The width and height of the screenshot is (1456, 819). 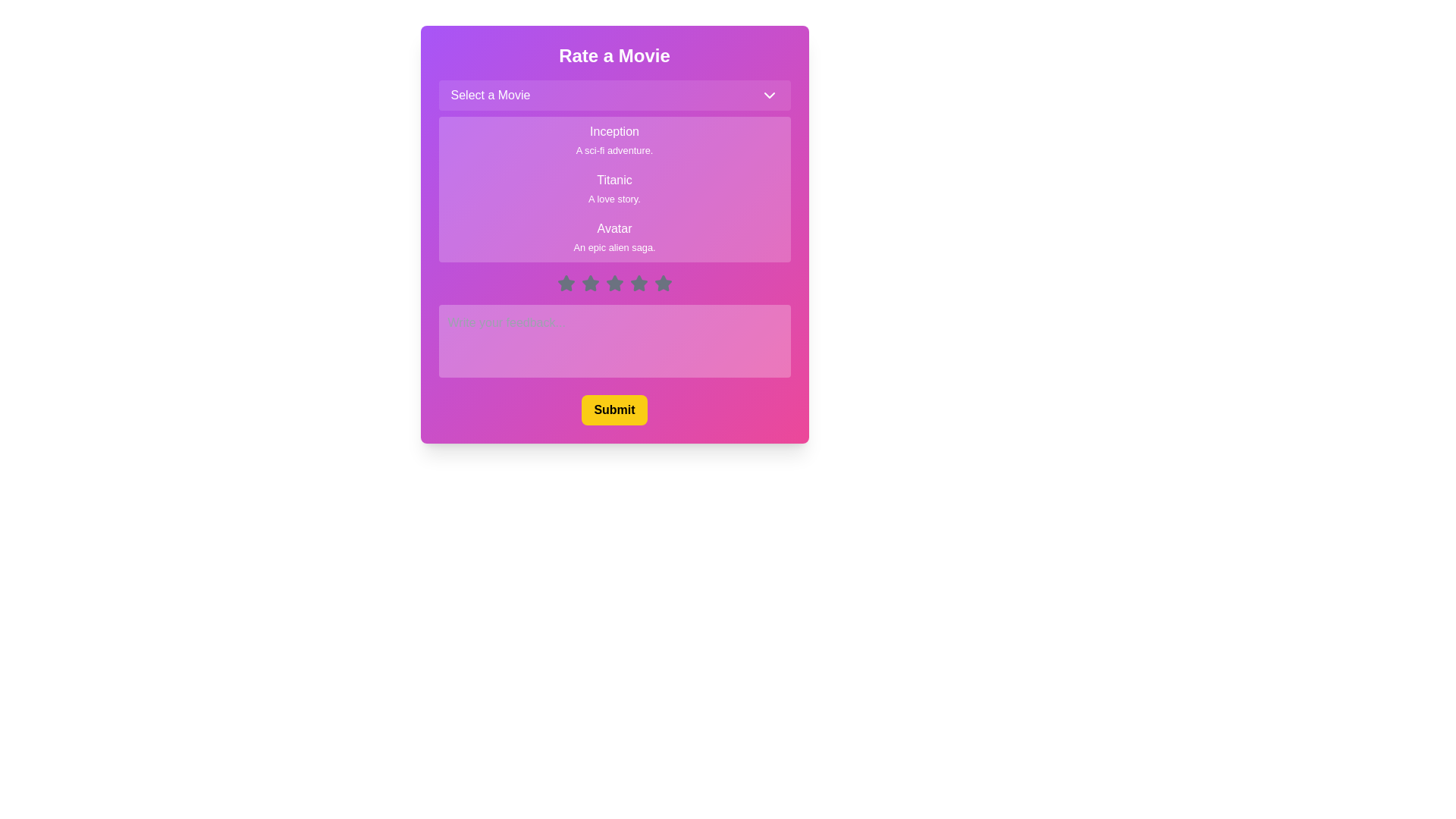 What do you see at coordinates (614, 246) in the screenshot?
I see `the static text element displaying 'An epic alien saga.' which is located below the movie title 'Avatar' and above the rating section` at bounding box center [614, 246].